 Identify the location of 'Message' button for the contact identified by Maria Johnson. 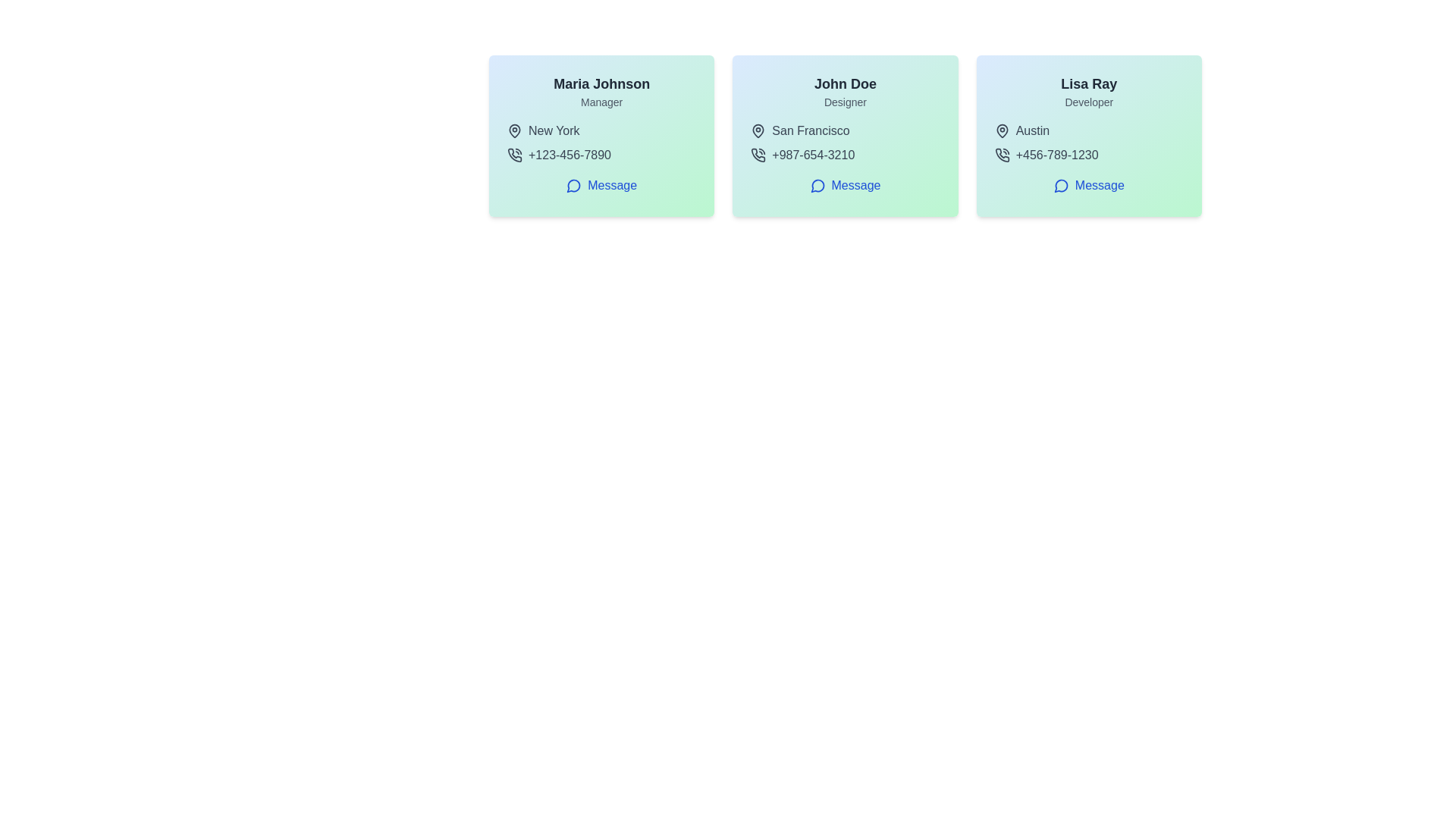
(601, 185).